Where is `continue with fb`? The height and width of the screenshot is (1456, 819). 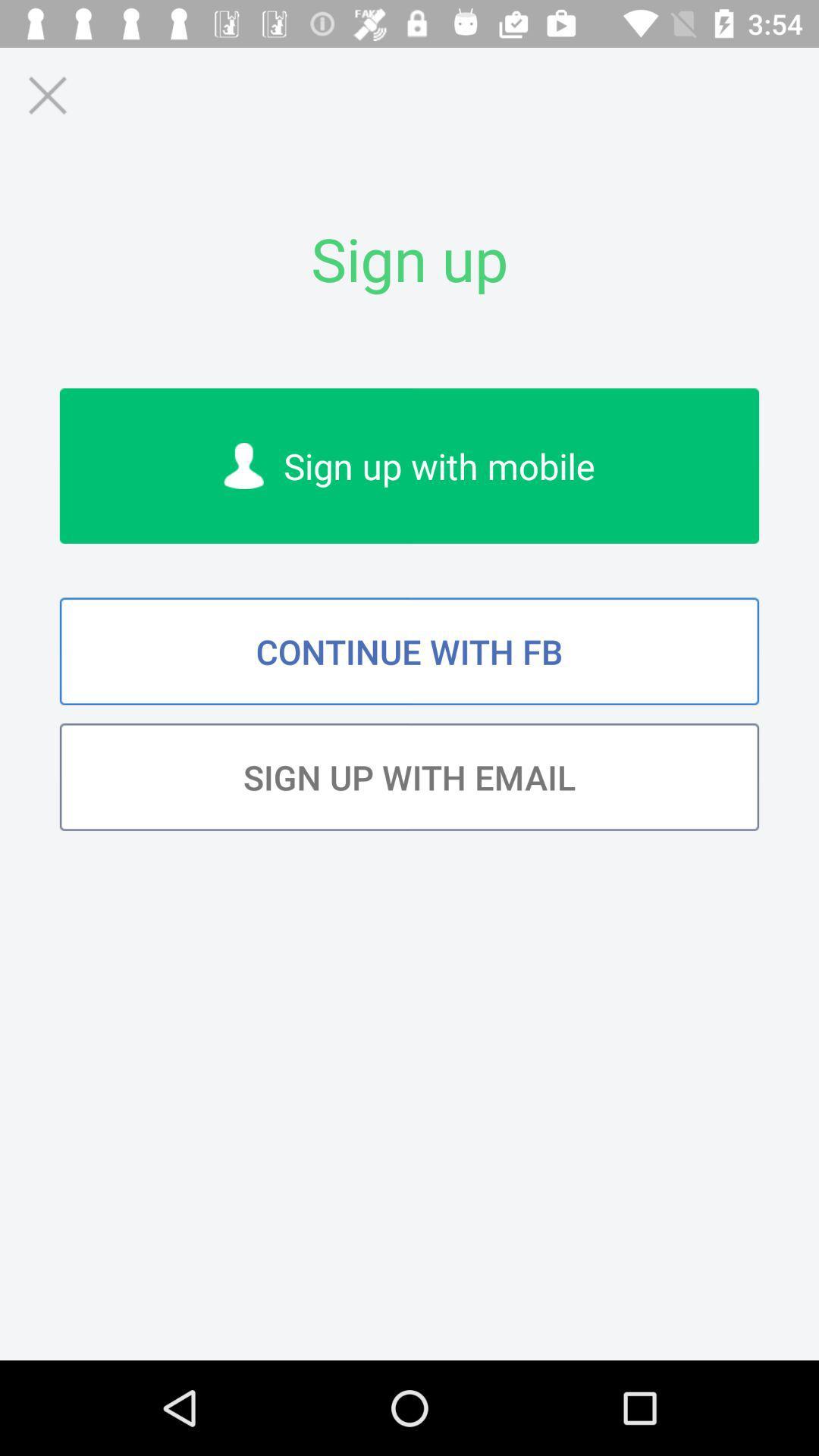 continue with fb is located at coordinates (409, 651).